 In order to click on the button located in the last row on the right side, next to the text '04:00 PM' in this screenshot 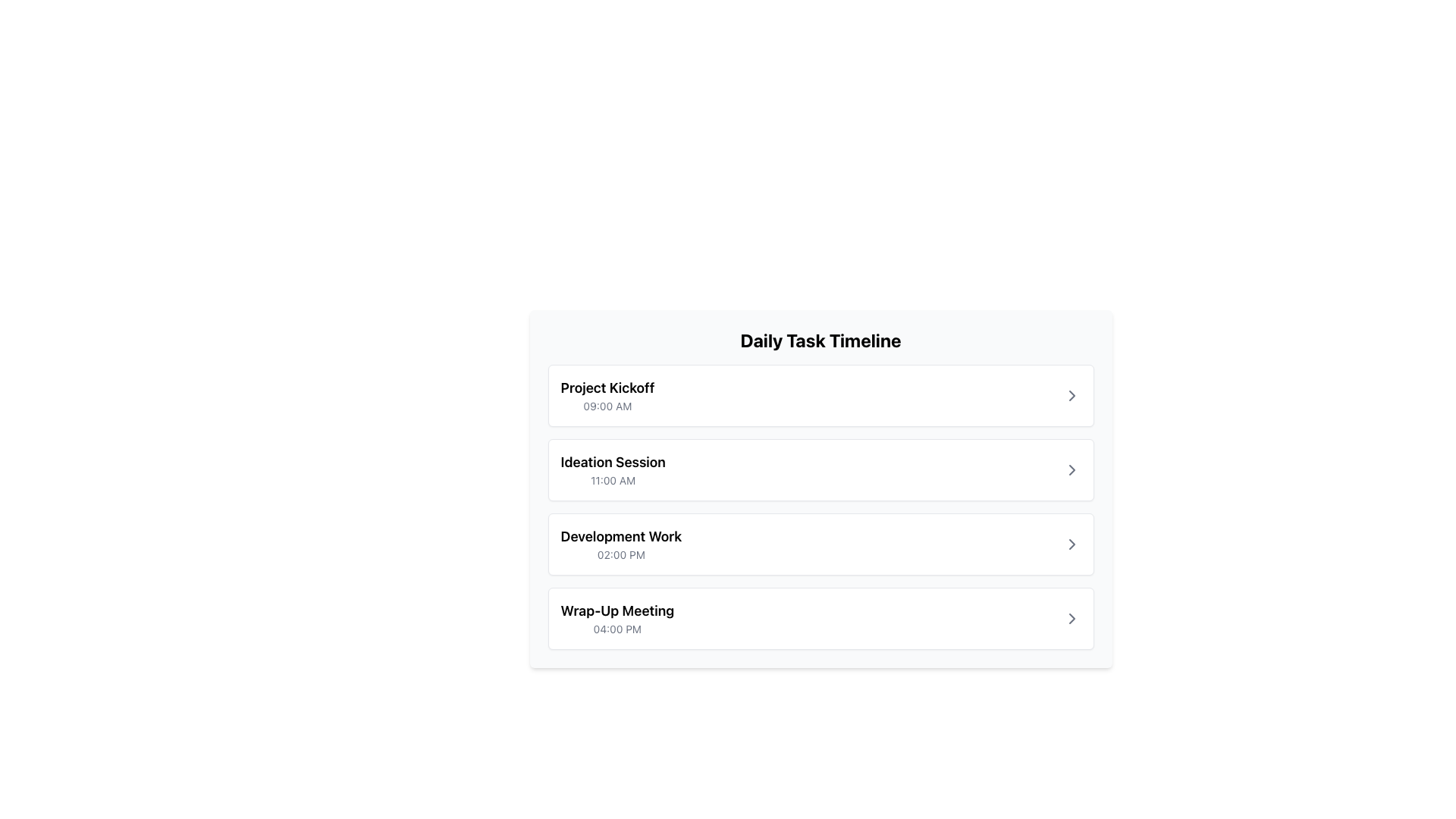, I will do `click(1071, 619)`.